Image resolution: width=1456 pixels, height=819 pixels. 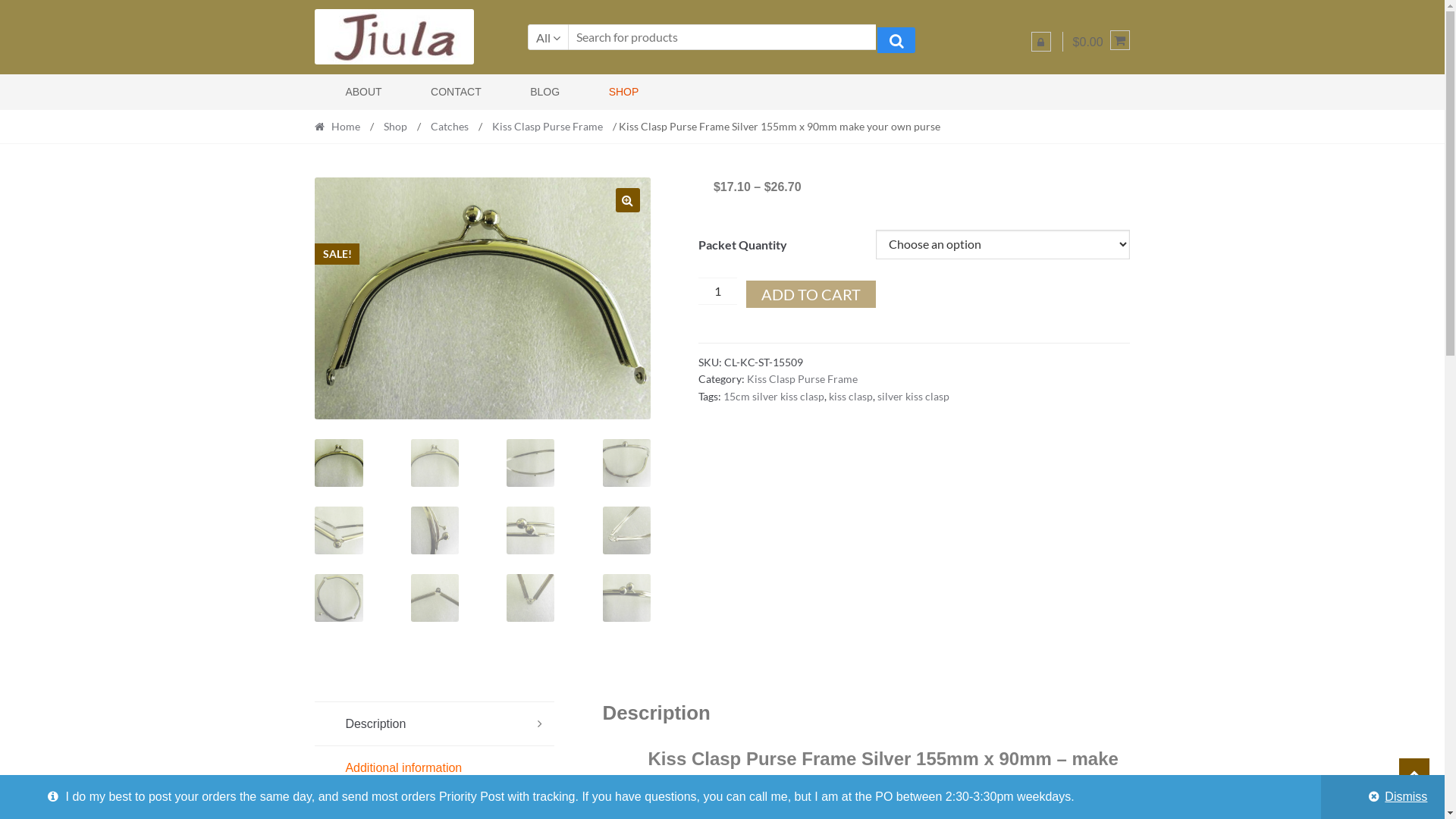 I want to click on 'ABOUT', so click(x=352, y=92).